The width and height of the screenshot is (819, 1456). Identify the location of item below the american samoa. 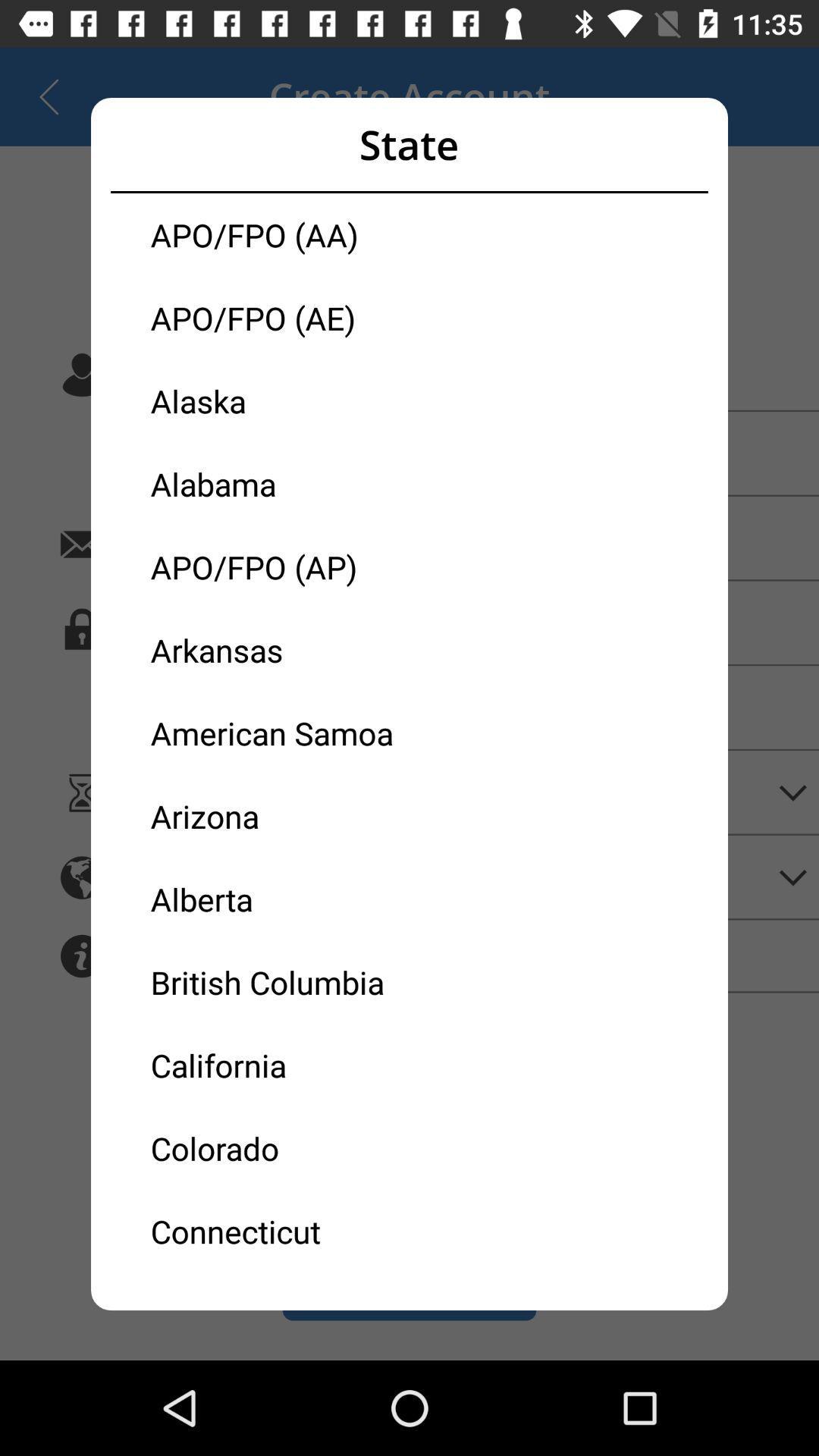
(280, 815).